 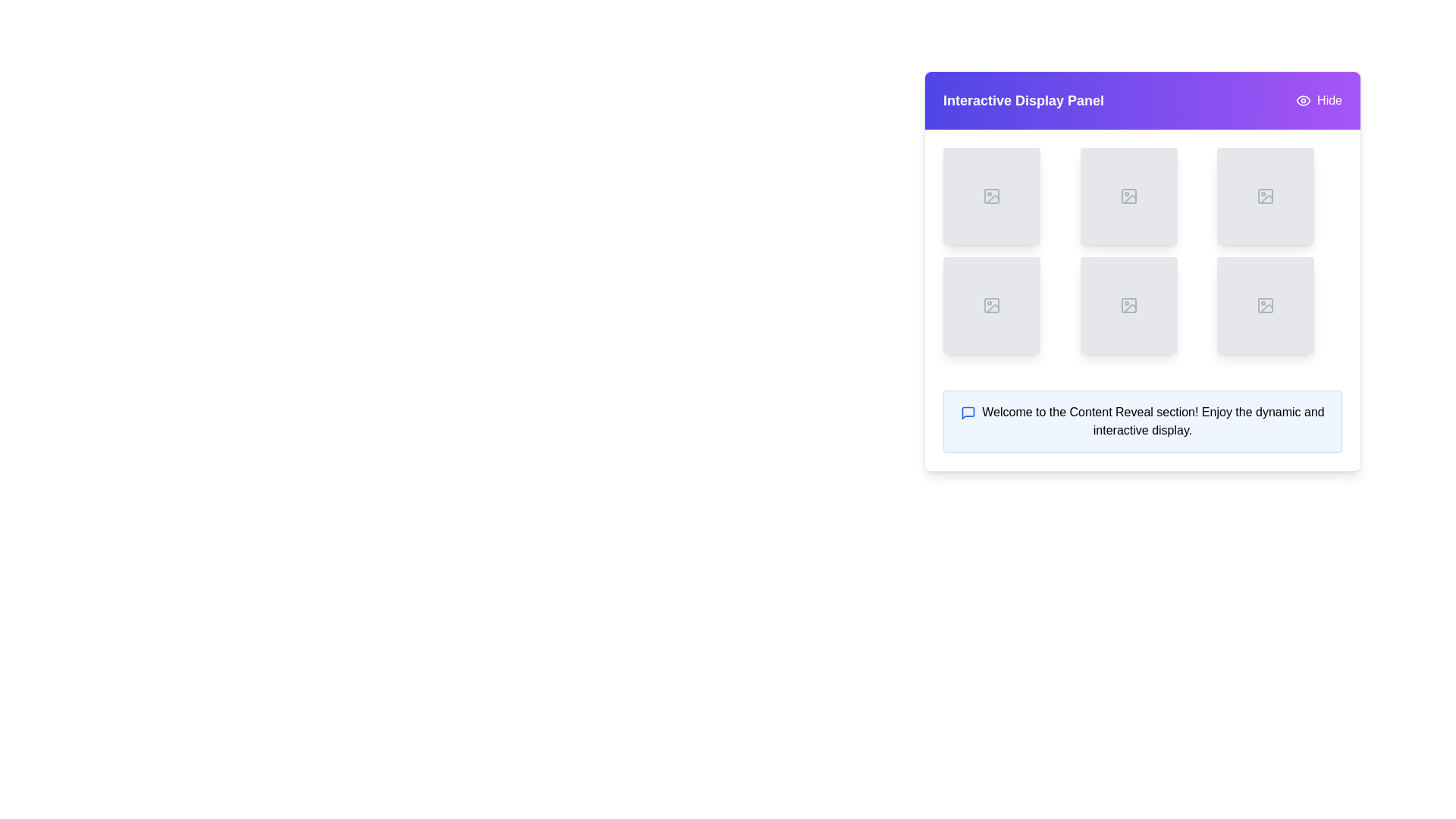 What do you see at coordinates (1329, 100) in the screenshot?
I see `the 'Hide' text label in the upper right corner of the interface` at bounding box center [1329, 100].